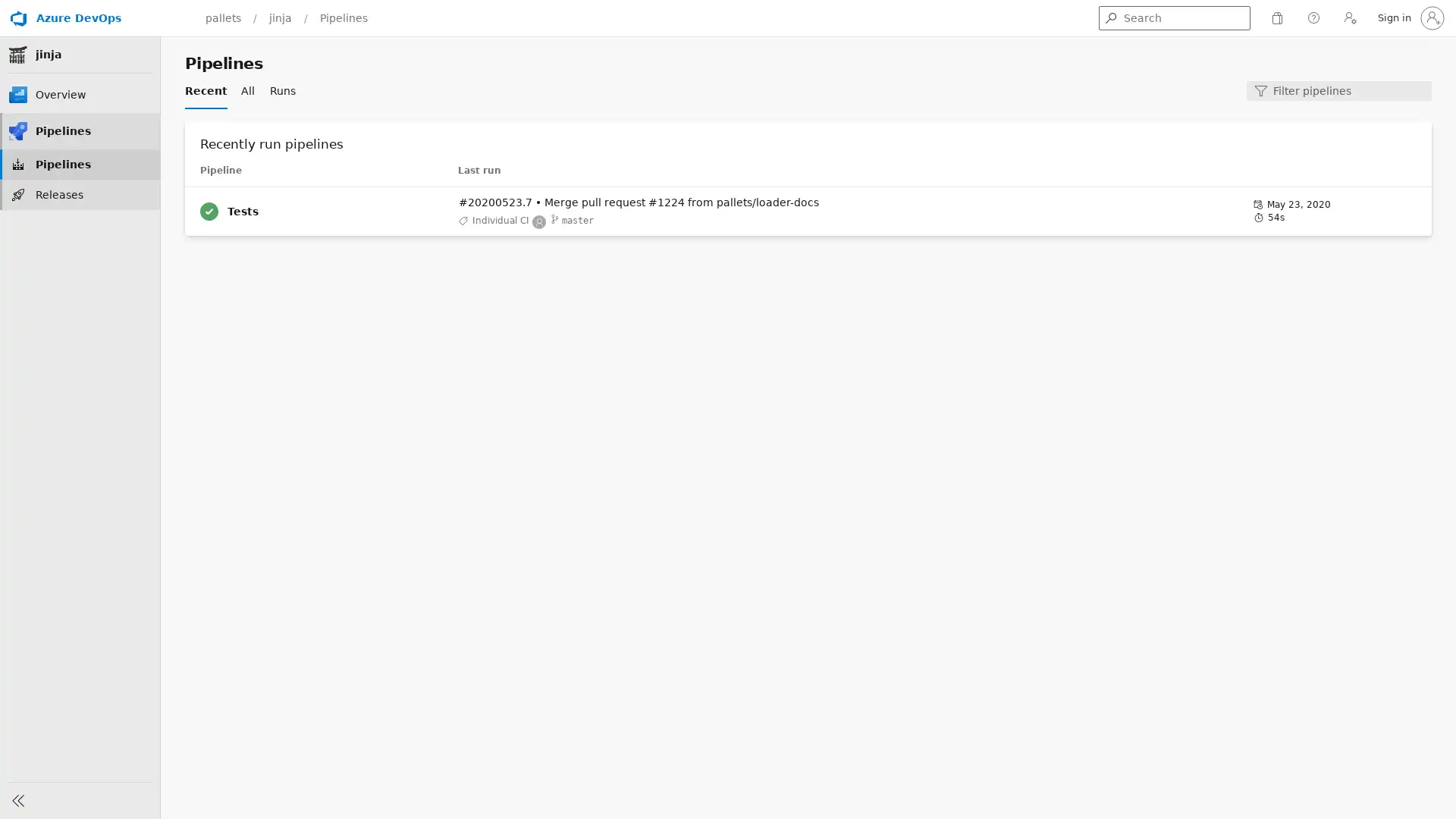 The image size is (1456, 819). What do you see at coordinates (1110, 17) in the screenshot?
I see `Get search results` at bounding box center [1110, 17].